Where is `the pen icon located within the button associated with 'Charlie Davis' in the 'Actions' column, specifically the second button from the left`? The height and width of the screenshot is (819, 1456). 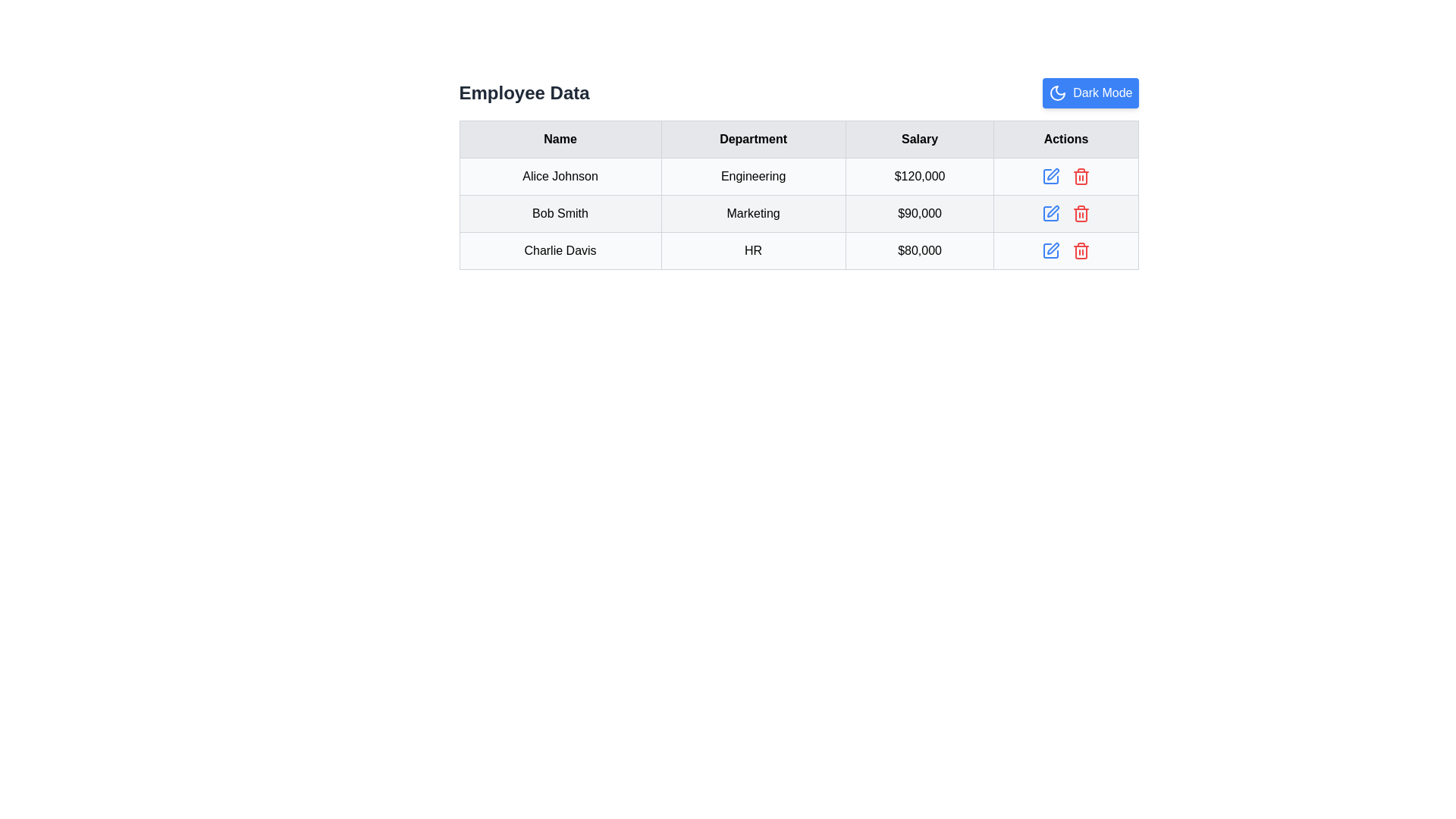 the pen icon located within the button associated with 'Charlie Davis' in the 'Actions' column, specifically the second button from the left is located at coordinates (1052, 247).